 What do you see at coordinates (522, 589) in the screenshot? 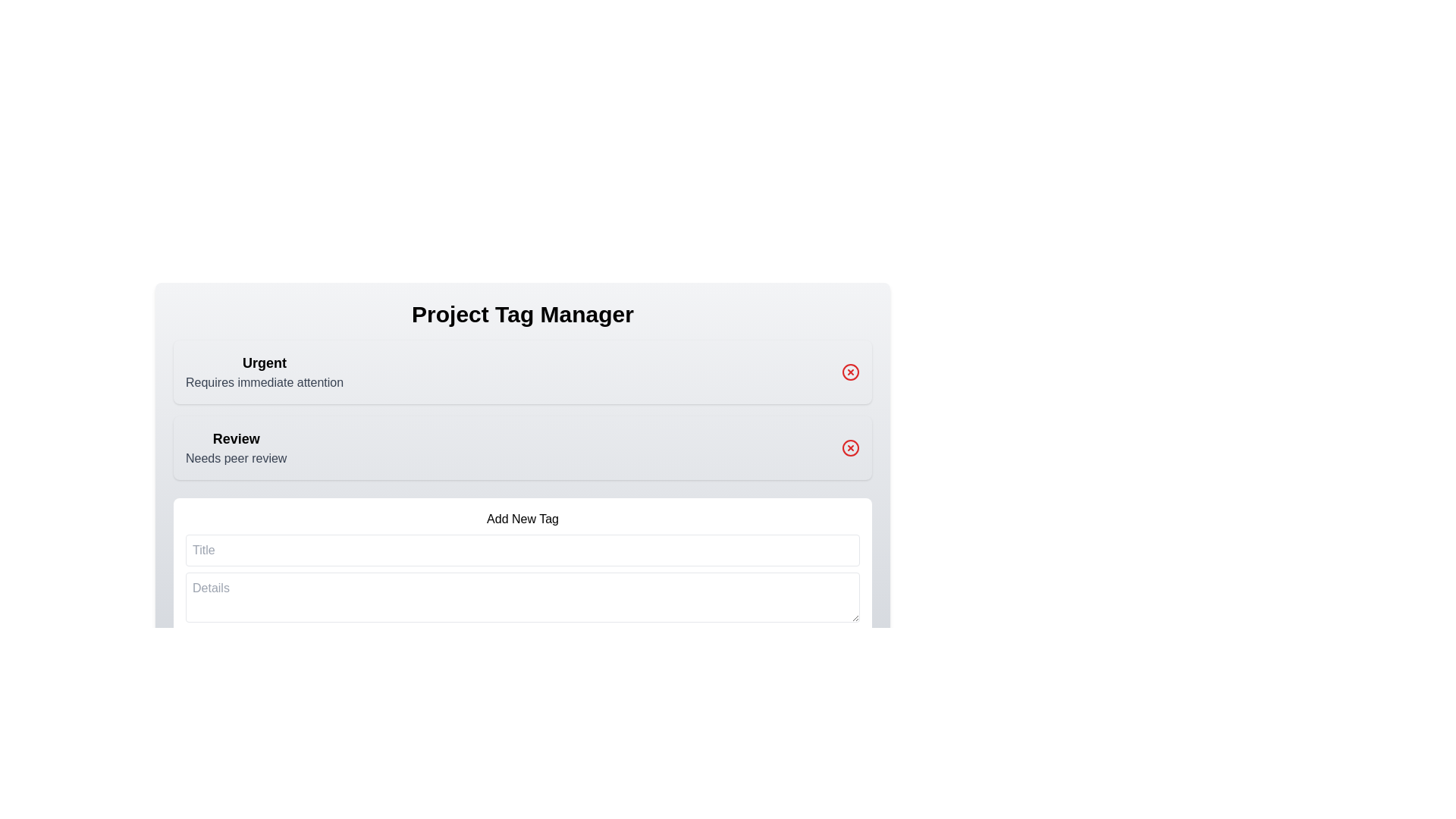
I see `the 'Add Tag' button located at the bottom of the 'Project Tag Manager' section` at bounding box center [522, 589].